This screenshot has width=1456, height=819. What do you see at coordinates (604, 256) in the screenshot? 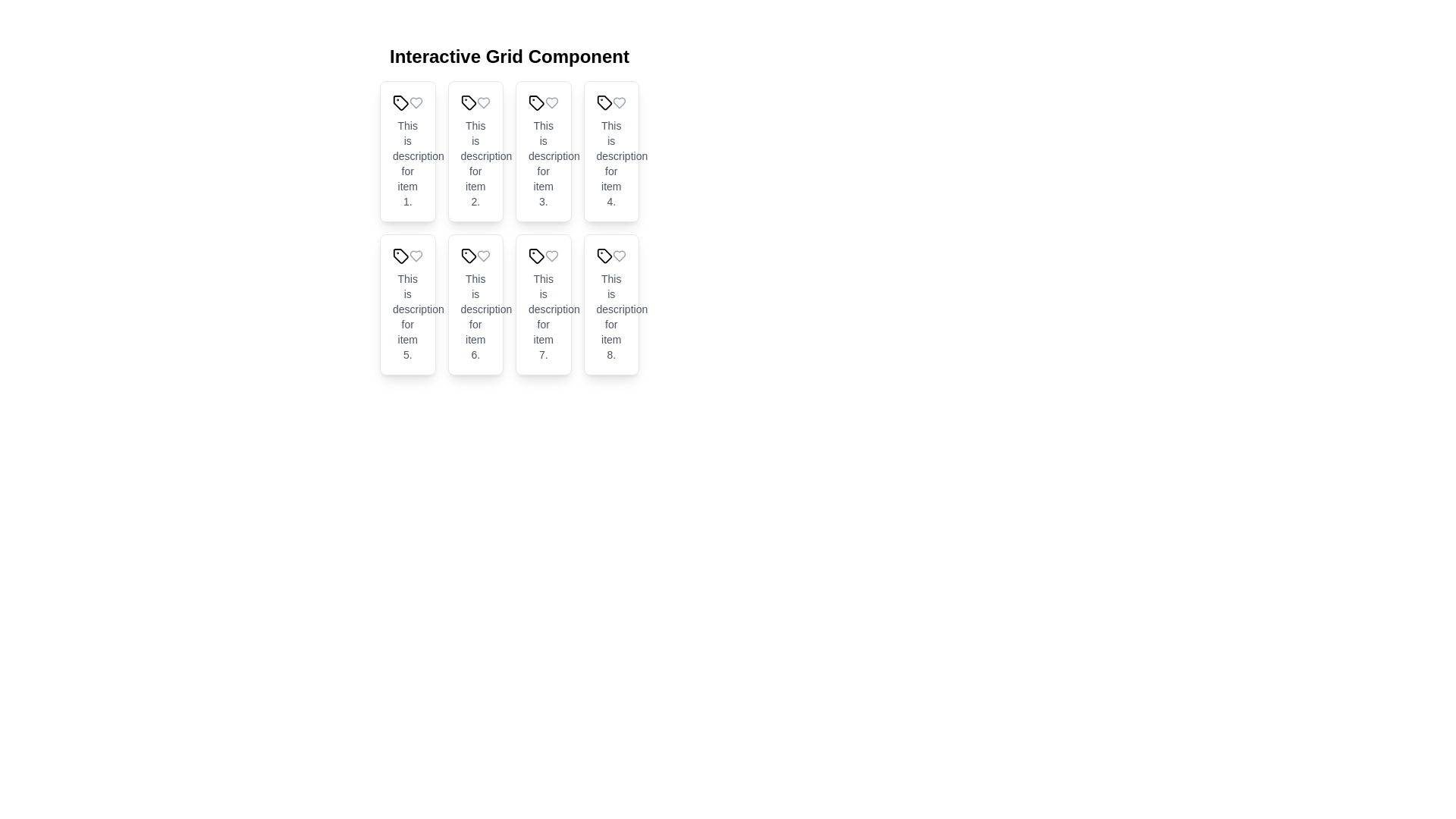
I see `the decorative or indicative icon located in the first position of the eighth grid tile, which is in the last column of the second row, above the descriptive text` at bounding box center [604, 256].